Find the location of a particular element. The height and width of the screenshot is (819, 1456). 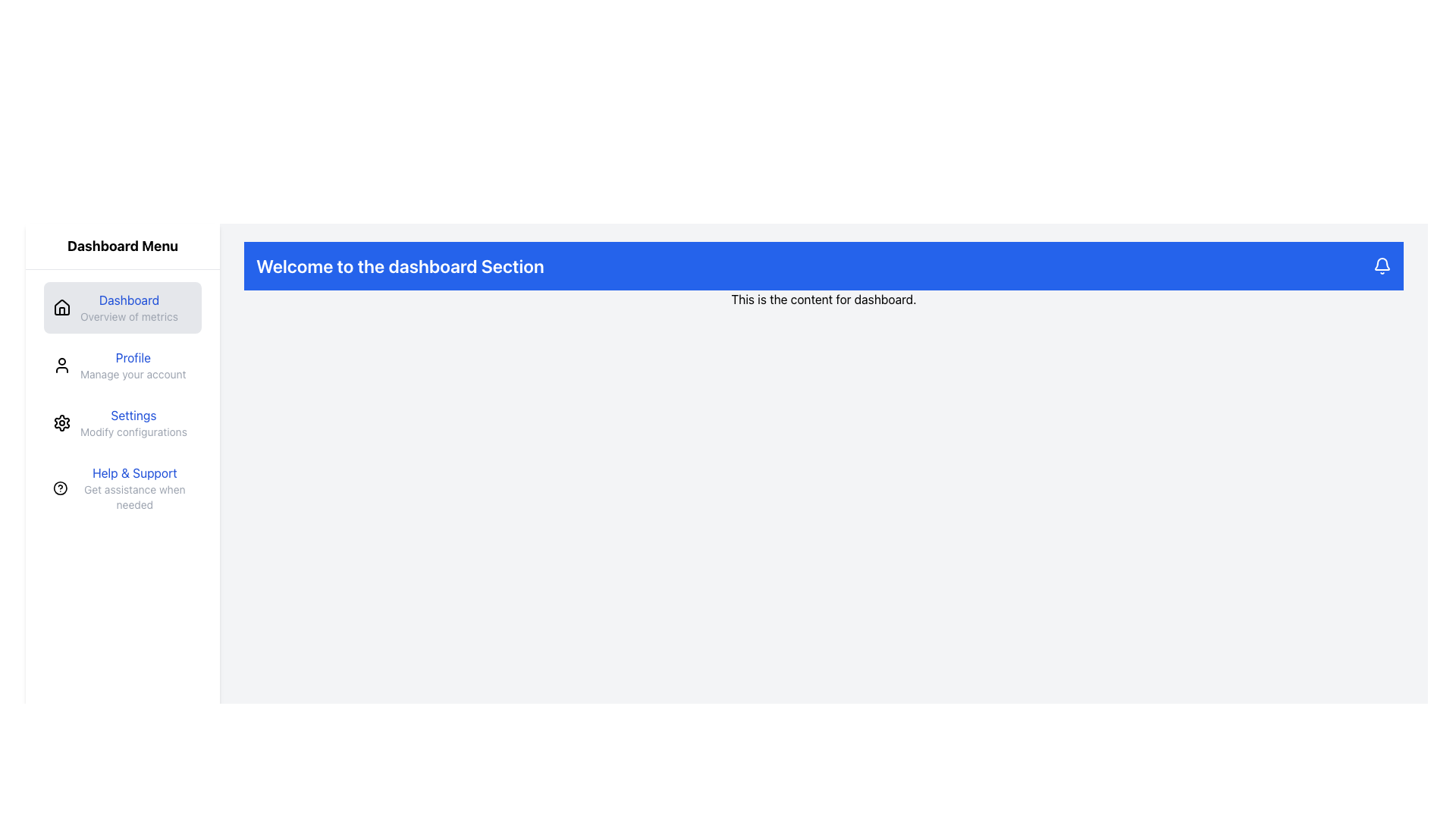

the profile icon located in the sidebar, which represents the user account section is located at coordinates (61, 366).